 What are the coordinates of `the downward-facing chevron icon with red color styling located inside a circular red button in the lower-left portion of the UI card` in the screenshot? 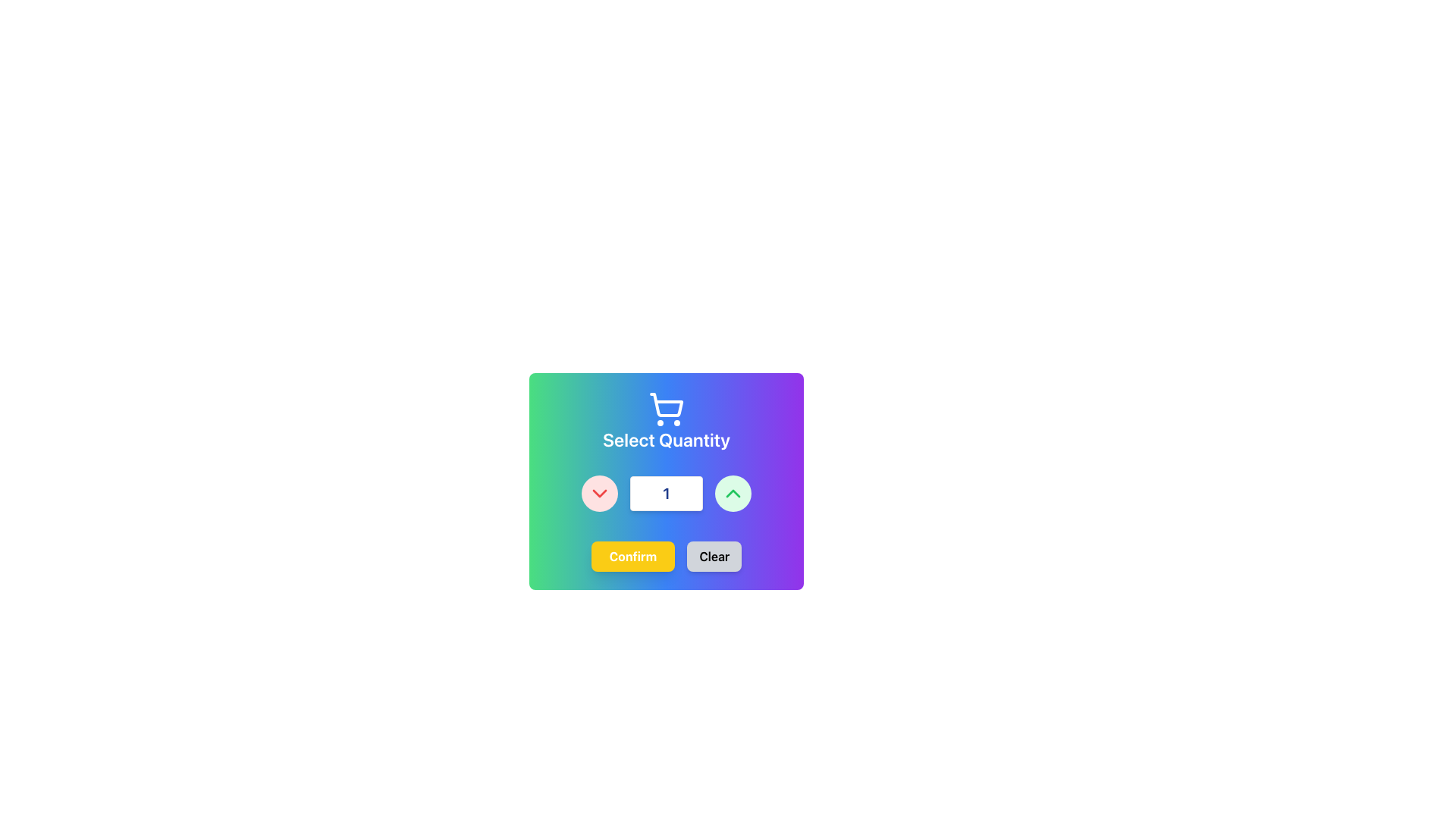 It's located at (599, 494).